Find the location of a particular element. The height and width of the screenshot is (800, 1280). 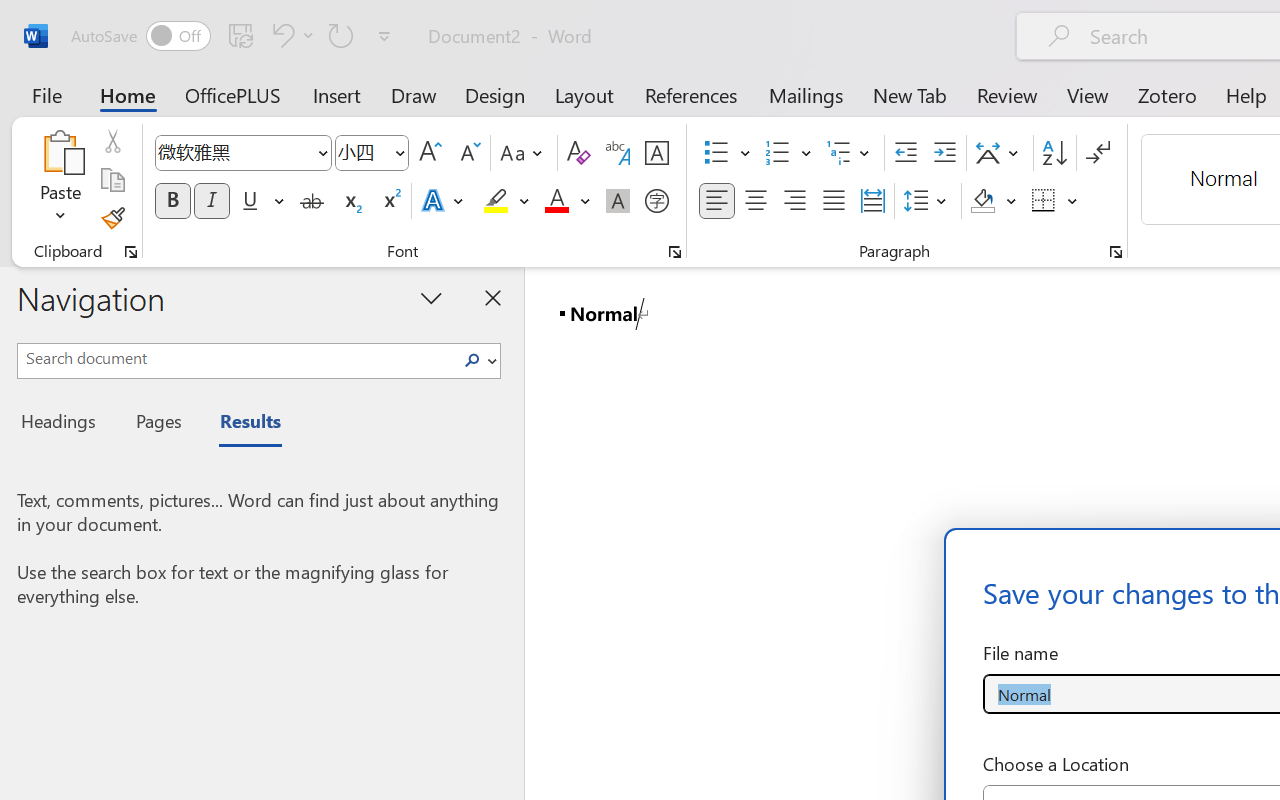

'Font Size' is located at coordinates (372, 153).